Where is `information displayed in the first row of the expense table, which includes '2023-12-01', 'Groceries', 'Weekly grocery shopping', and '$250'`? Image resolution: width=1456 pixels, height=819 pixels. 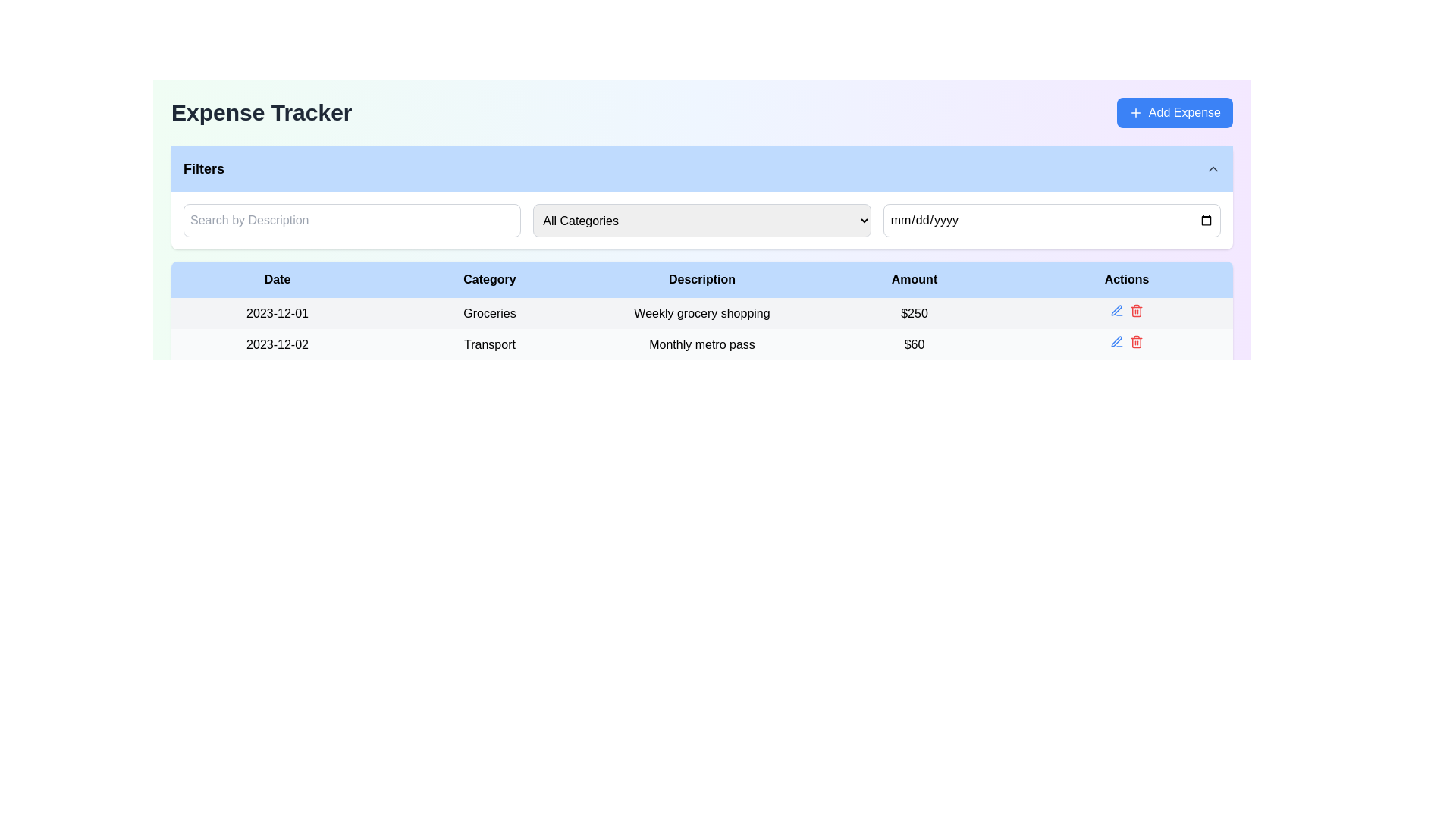 information displayed in the first row of the expense table, which includes '2023-12-01', 'Groceries', 'Weekly grocery shopping', and '$250' is located at coordinates (701, 312).